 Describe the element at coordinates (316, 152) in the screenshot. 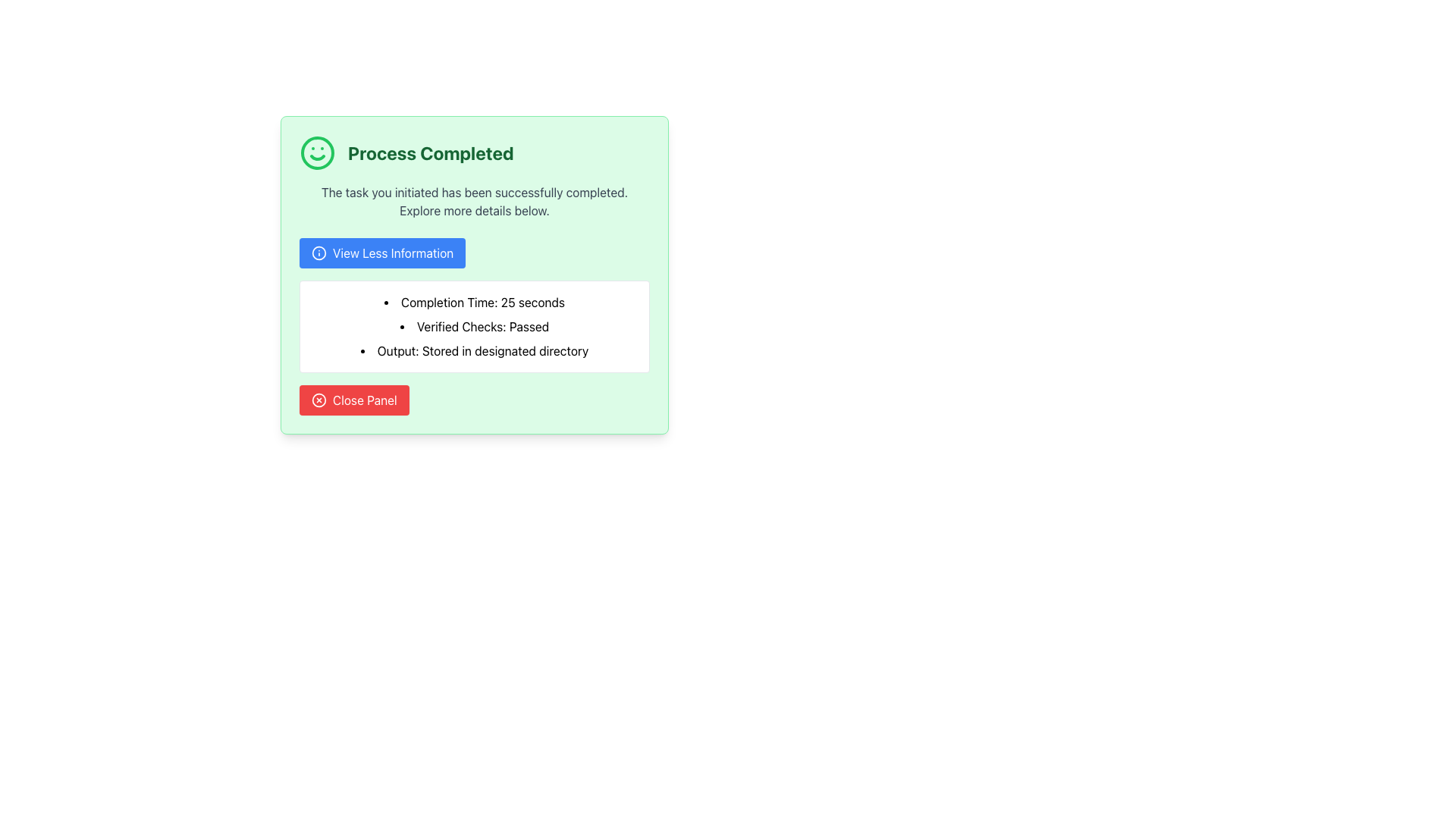

I see `the completion icon located to the left of the bold text 'Process Completed' in the header section of the message box` at that location.